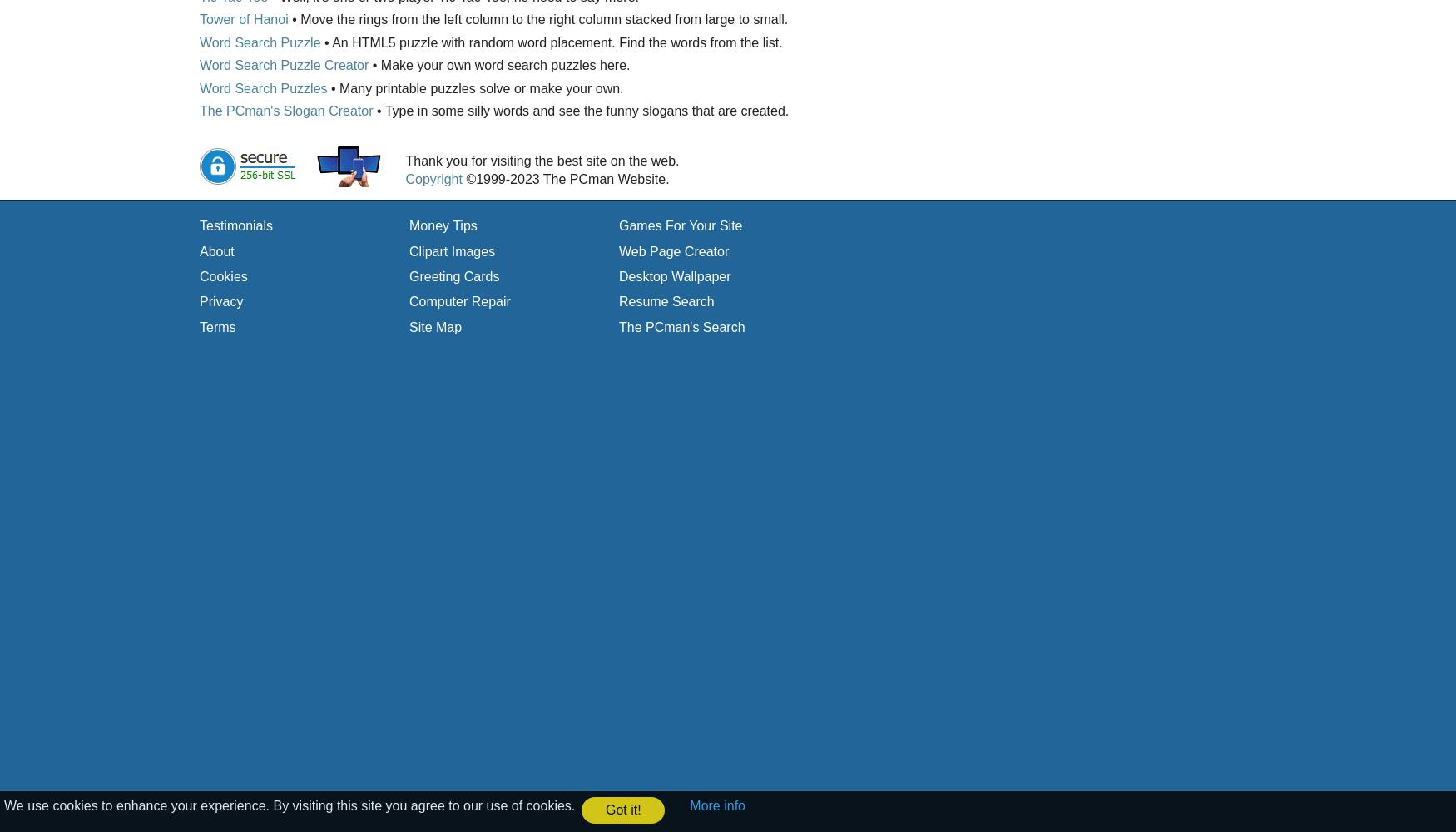 Image resolution: width=1456 pixels, height=832 pixels. Describe the element at coordinates (451, 250) in the screenshot. I see `'Clipart Images'` at that location.